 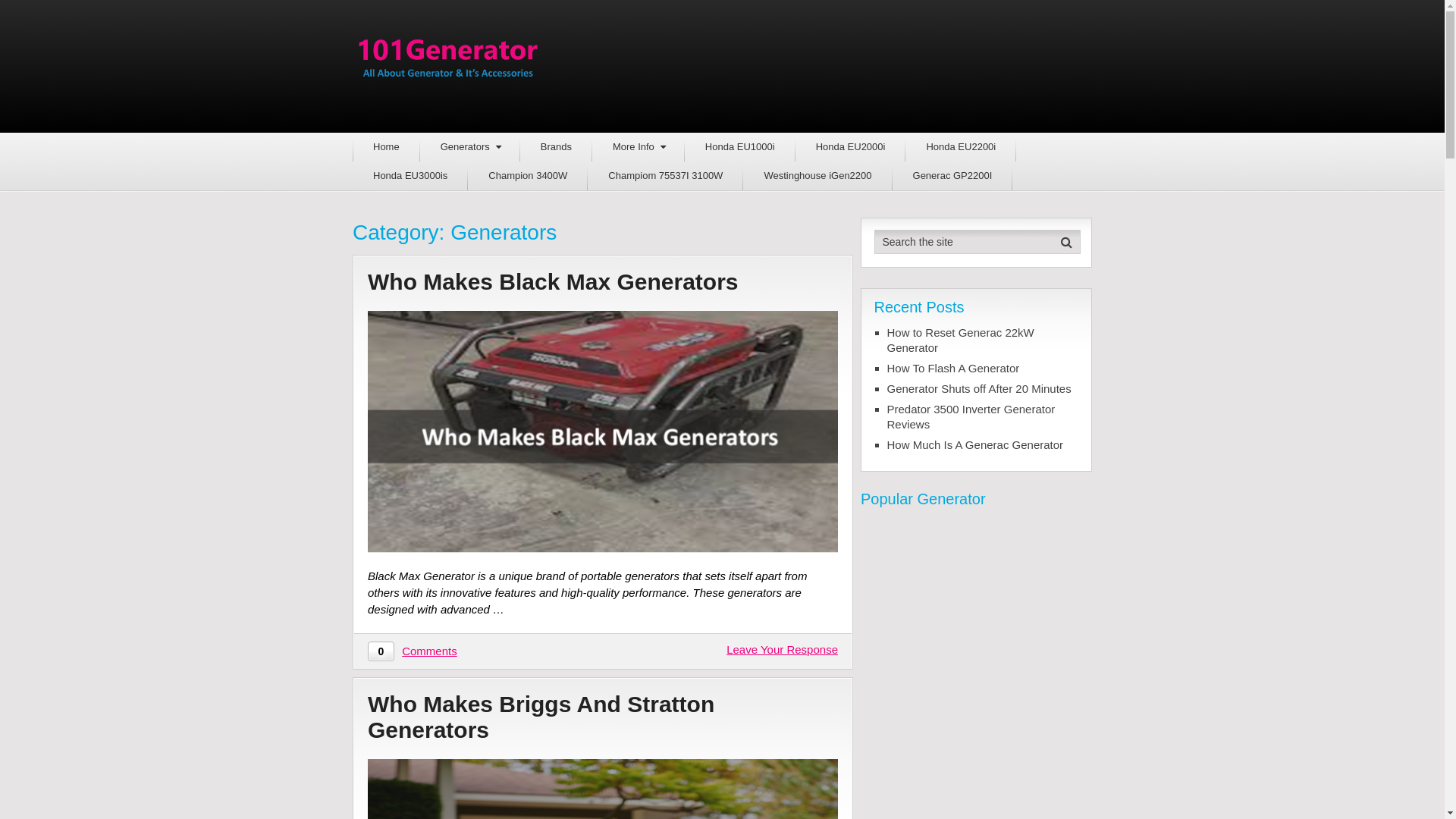 What do you see at coordinates (952, 174) in the screenshot?
I see `'Generac GP2200I'` at bounding box center [952, 174].